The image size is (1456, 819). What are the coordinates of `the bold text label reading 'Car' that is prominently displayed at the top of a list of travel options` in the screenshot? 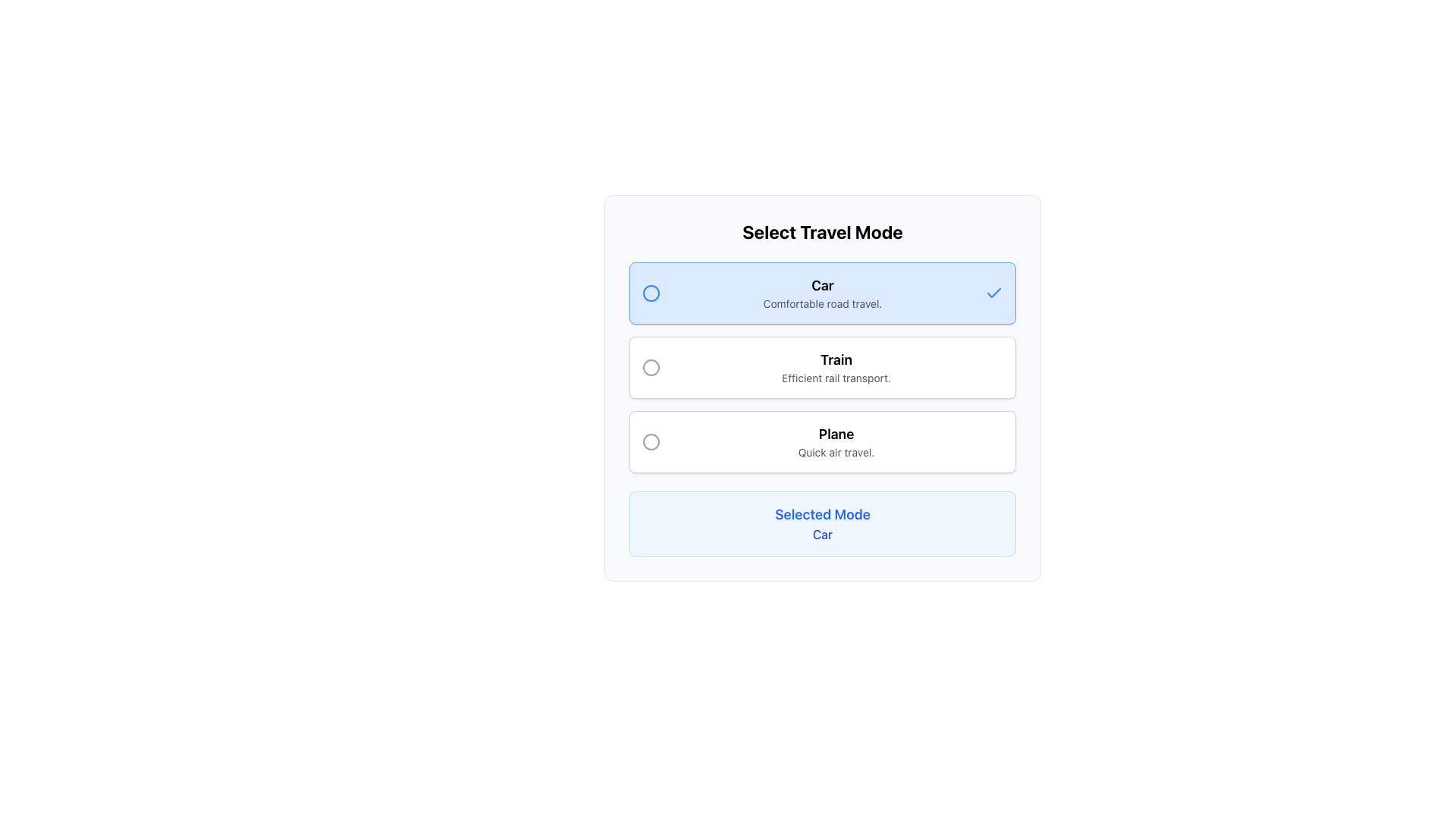 It's located at (821, 286).